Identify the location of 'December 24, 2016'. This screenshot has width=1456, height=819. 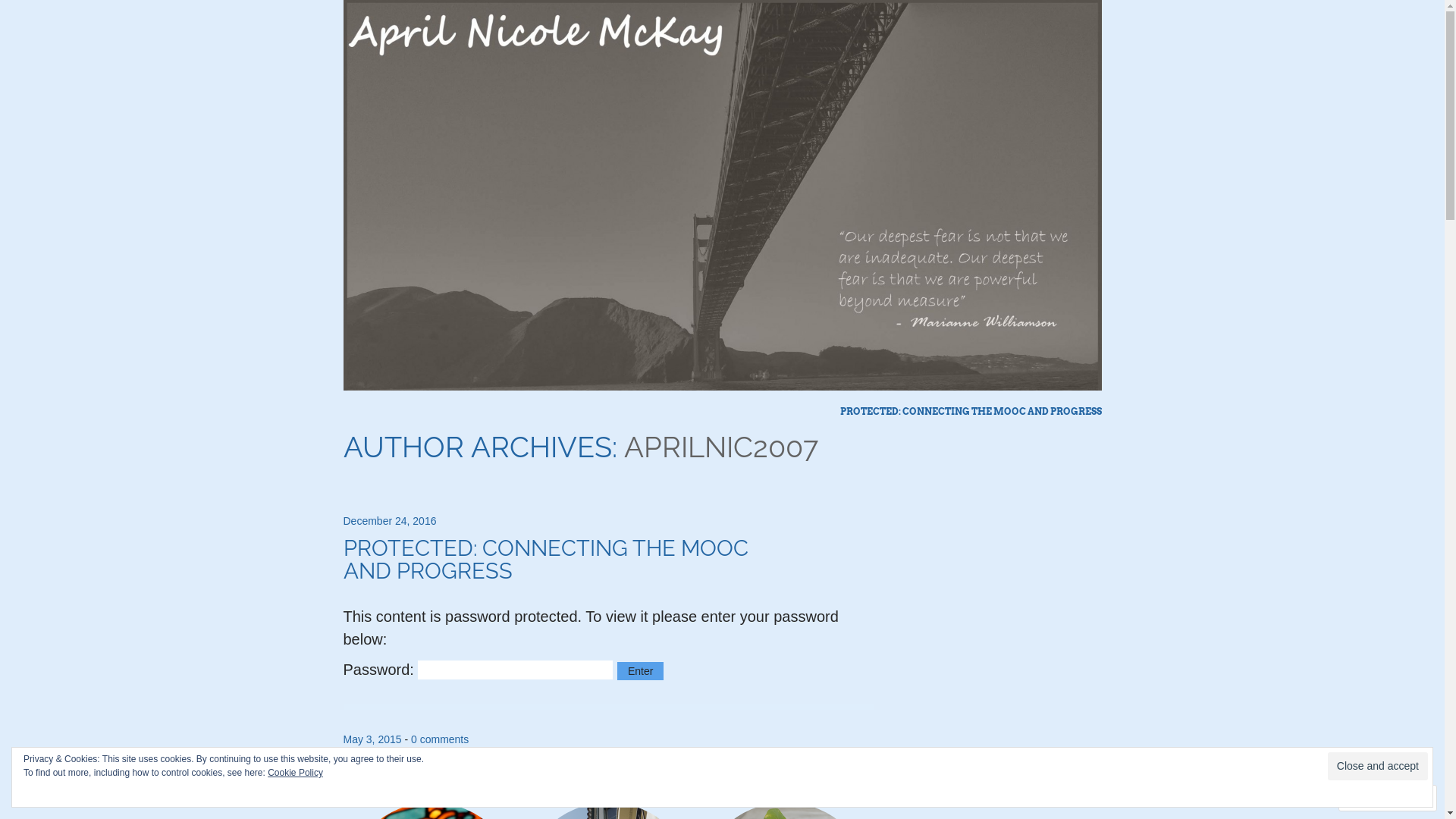
(389, 519).